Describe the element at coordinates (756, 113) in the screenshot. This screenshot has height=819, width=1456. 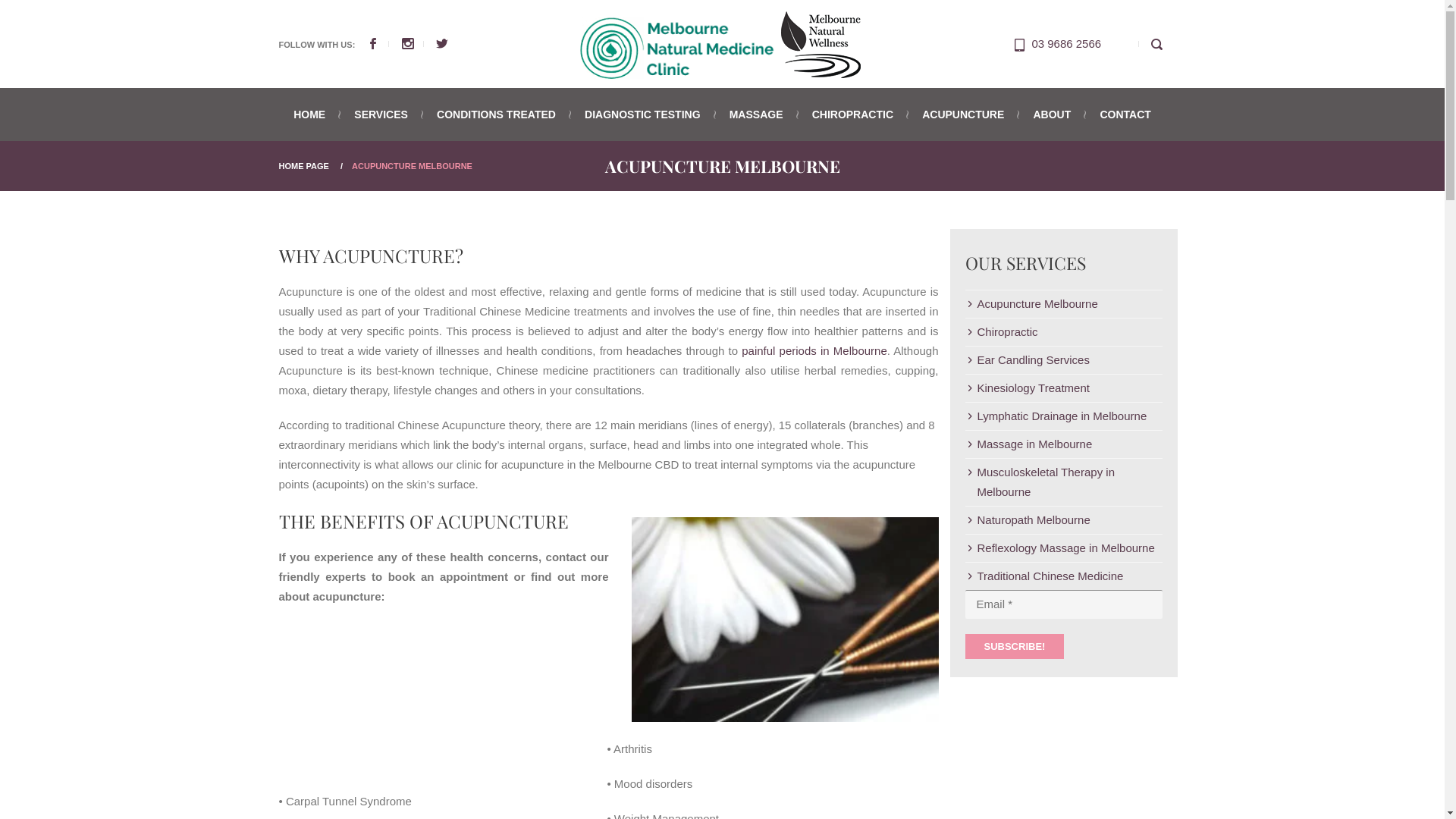
I see `'MASSAGE'` at that location.